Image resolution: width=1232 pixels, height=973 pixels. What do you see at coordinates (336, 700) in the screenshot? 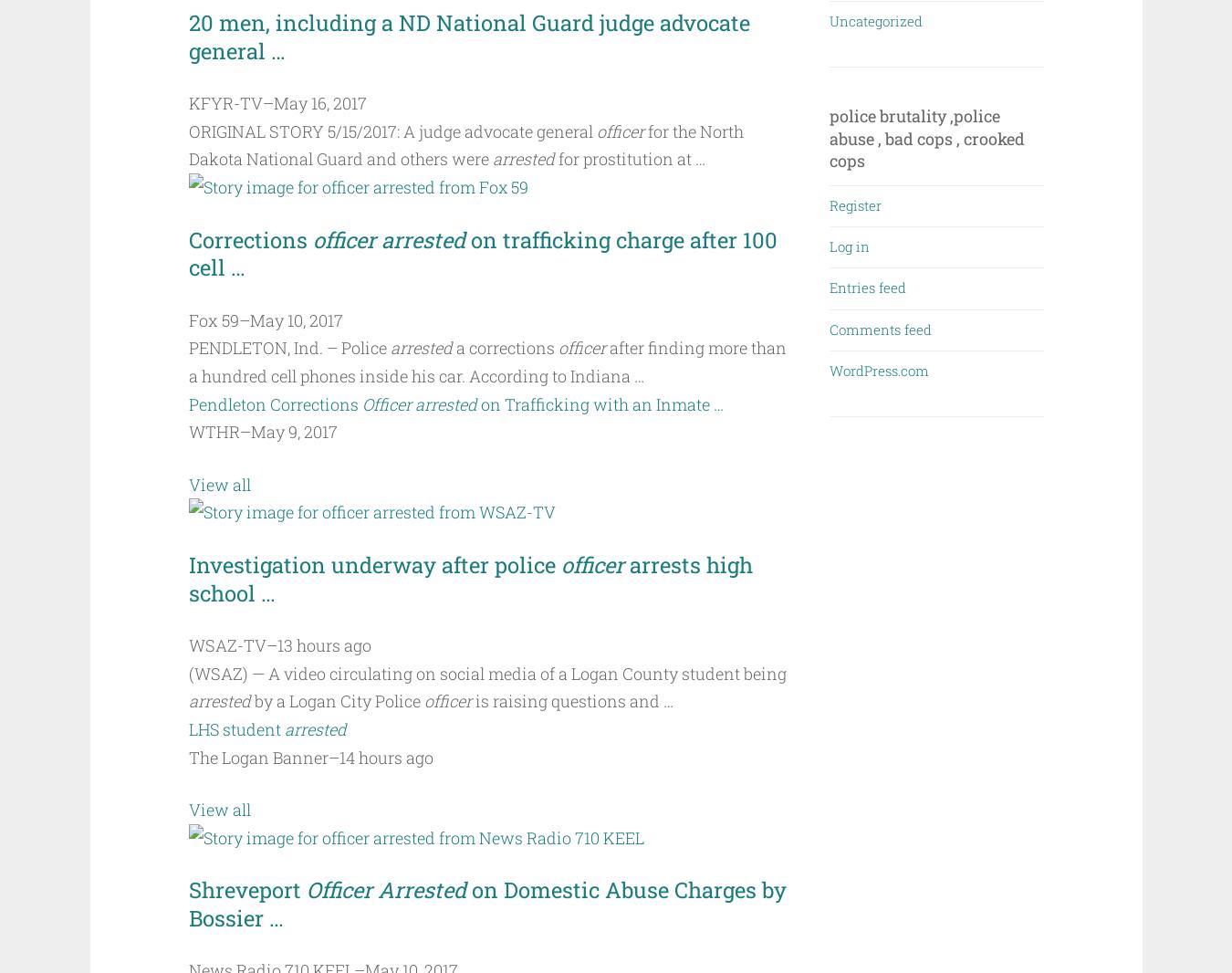
I see `'by a Logan City Police'` at bounding box center [336, 700].